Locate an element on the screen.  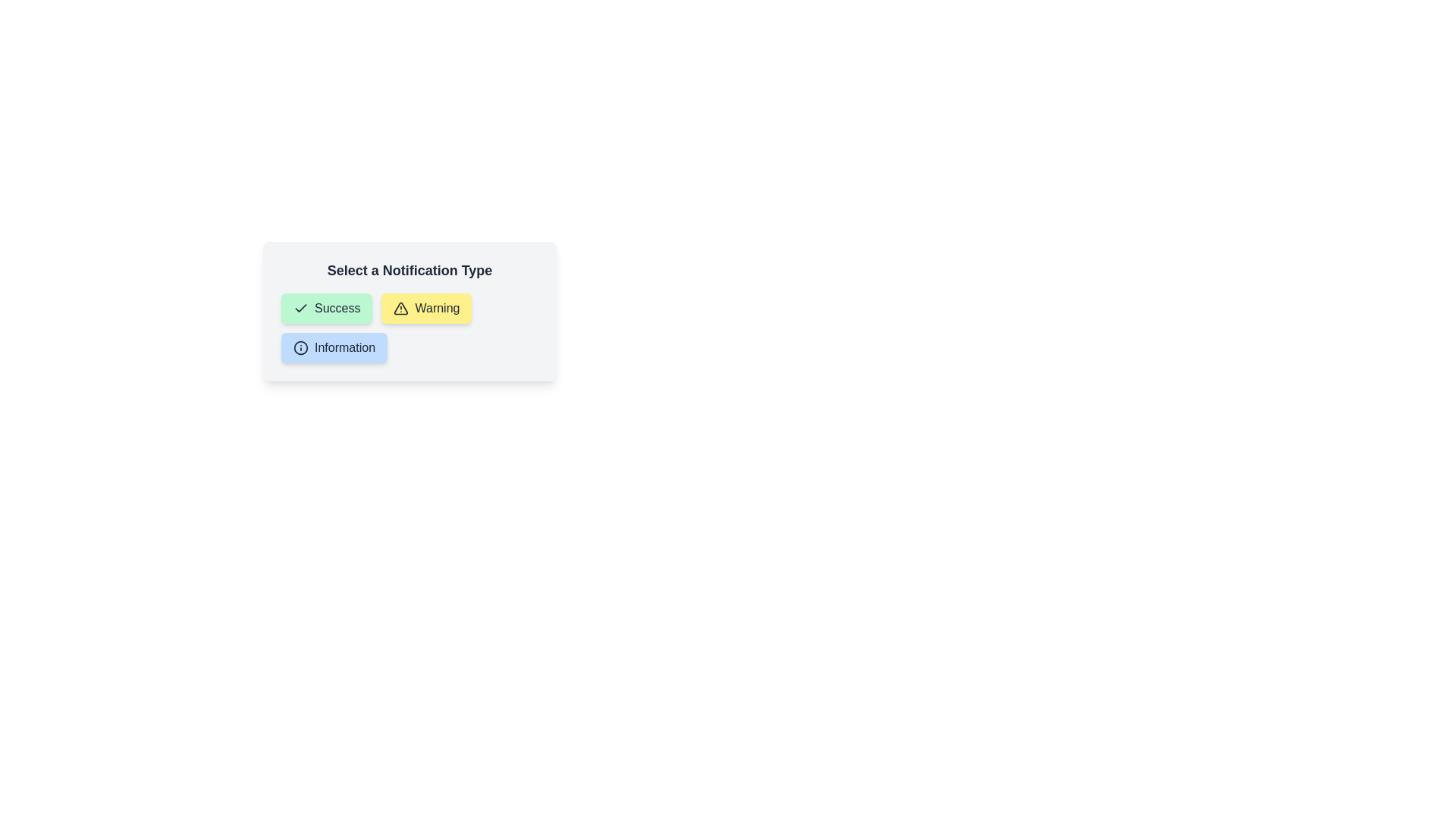
the chip labeled Success is located at coordinates (326, 308).